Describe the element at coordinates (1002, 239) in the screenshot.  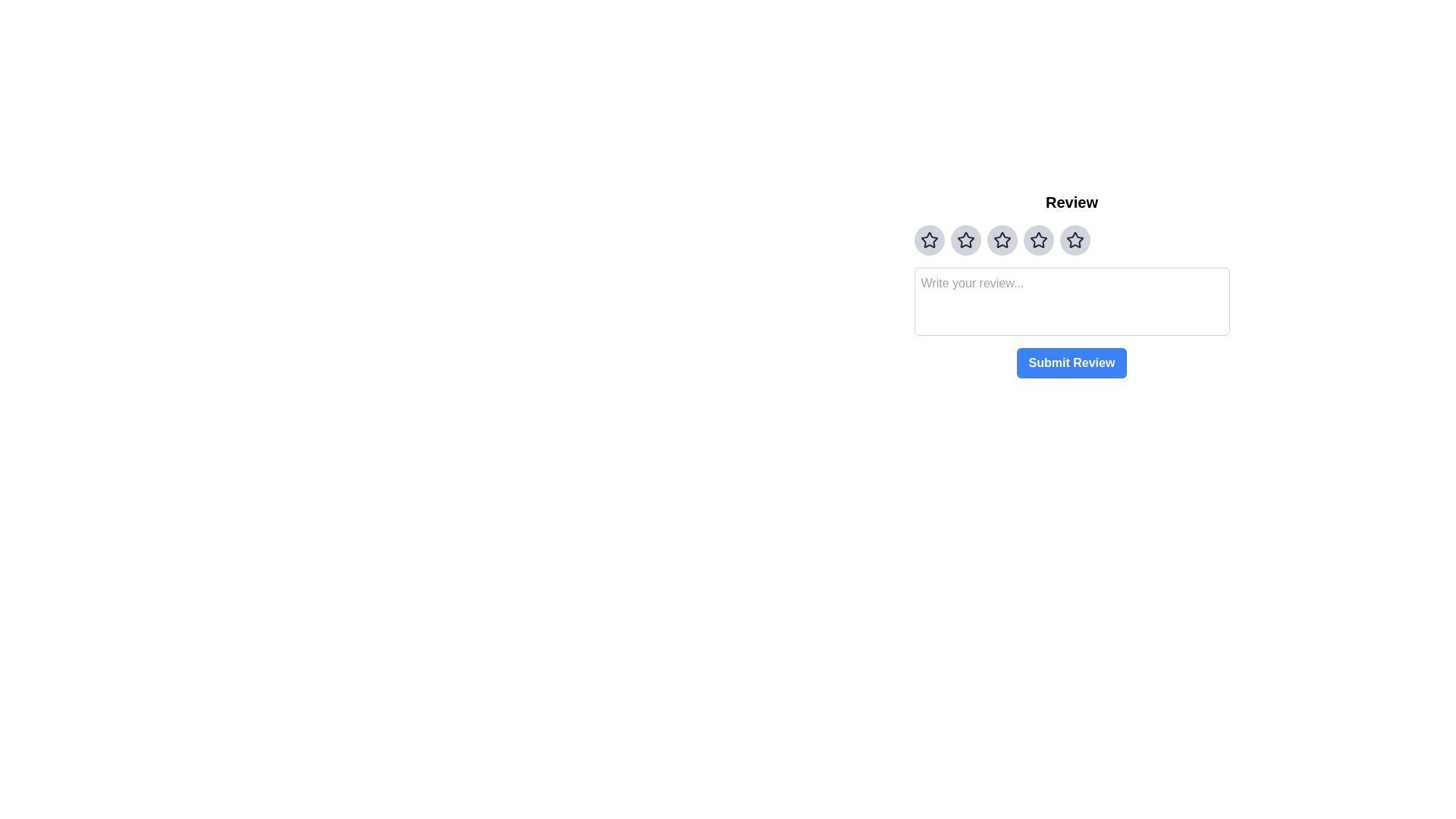
I see `the third star button in the rating system` at that location.